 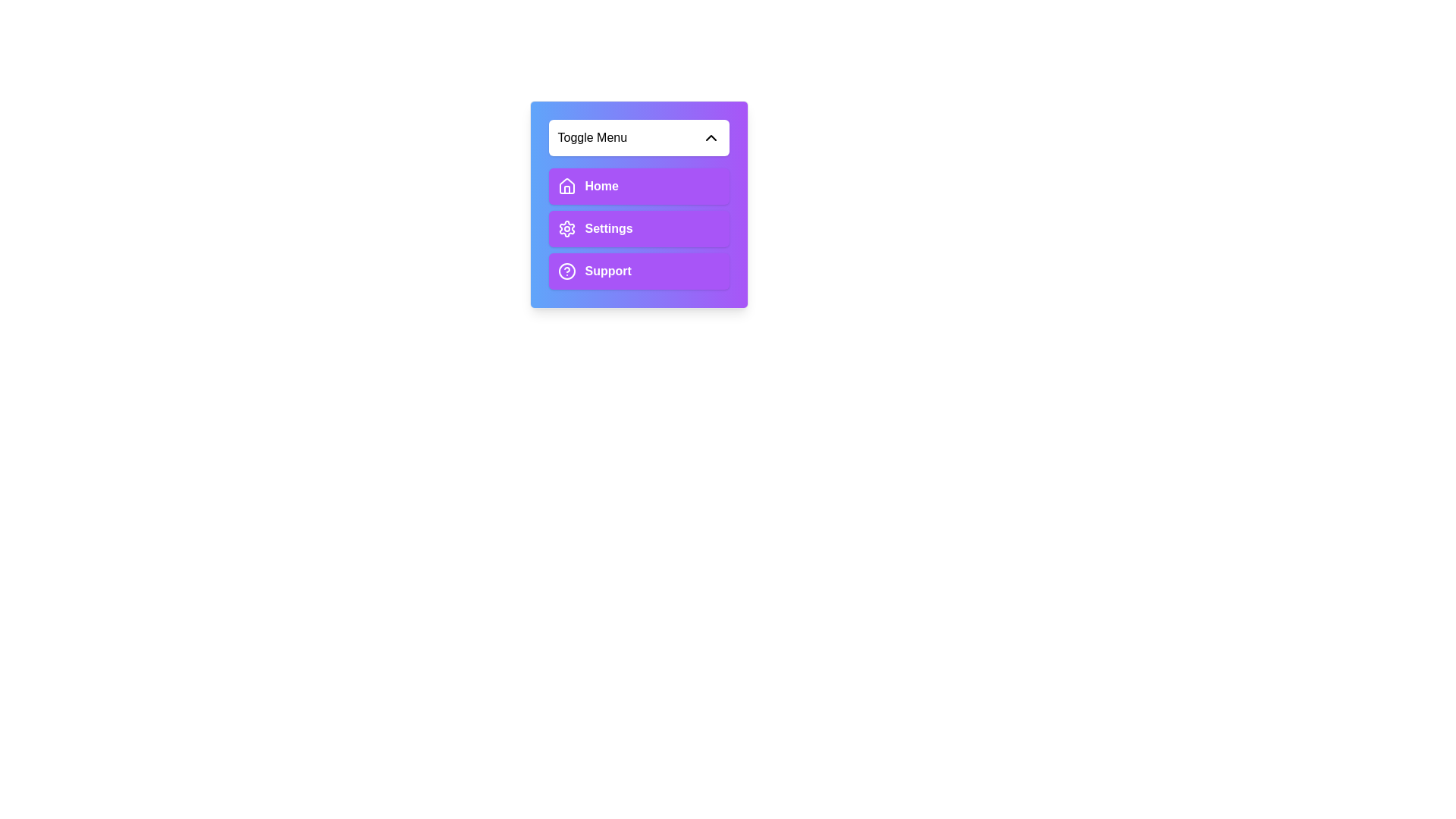 What do you see at coordinates (566, 228) in the screenshot?
I see `the settings icon with a gear design that has a purple background` at bounding box center [566, 228].